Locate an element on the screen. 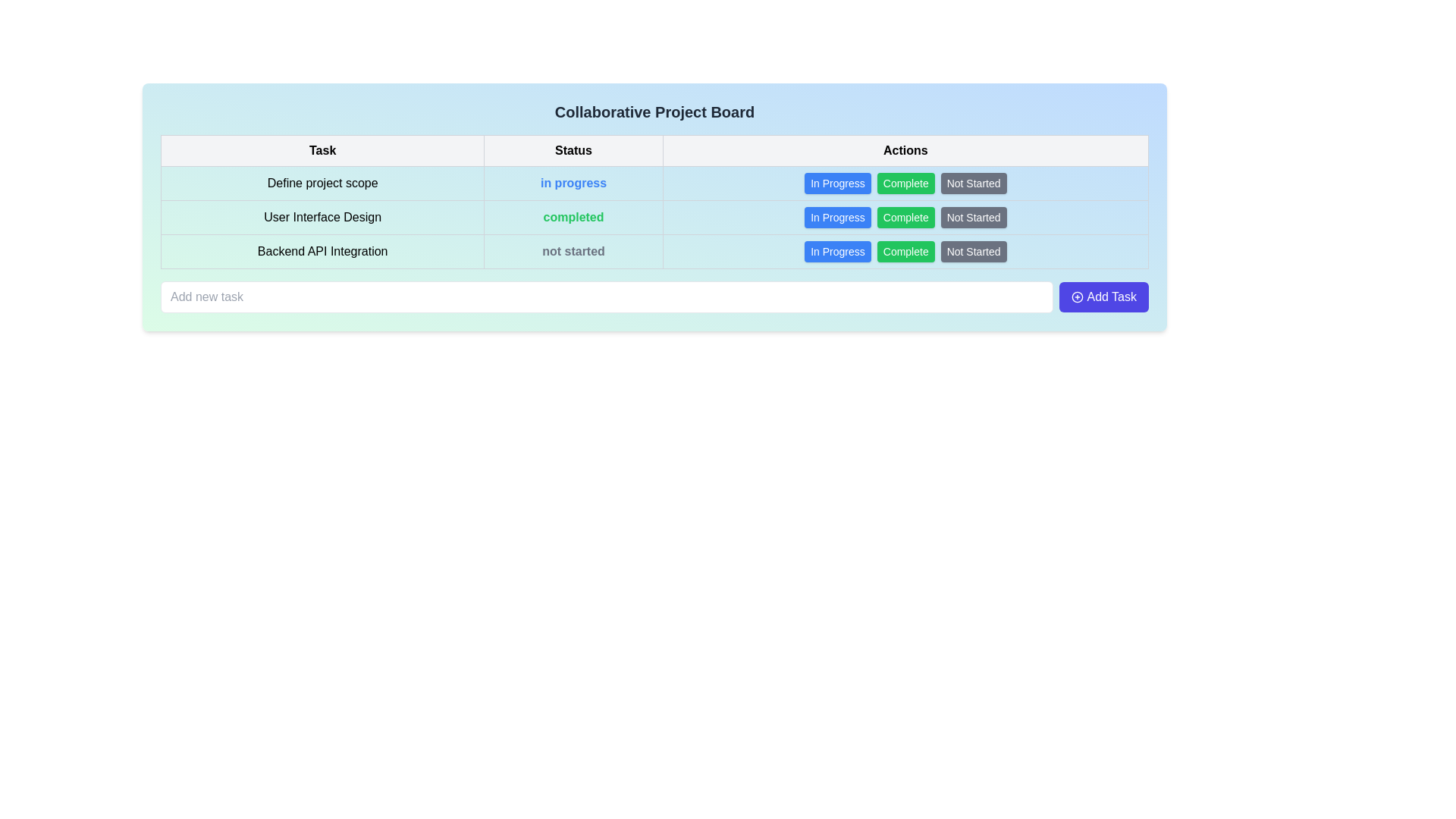  the rectangular blue button labeled 'Add Task' with a plus sign icon is located at coordinates (1104, 297).